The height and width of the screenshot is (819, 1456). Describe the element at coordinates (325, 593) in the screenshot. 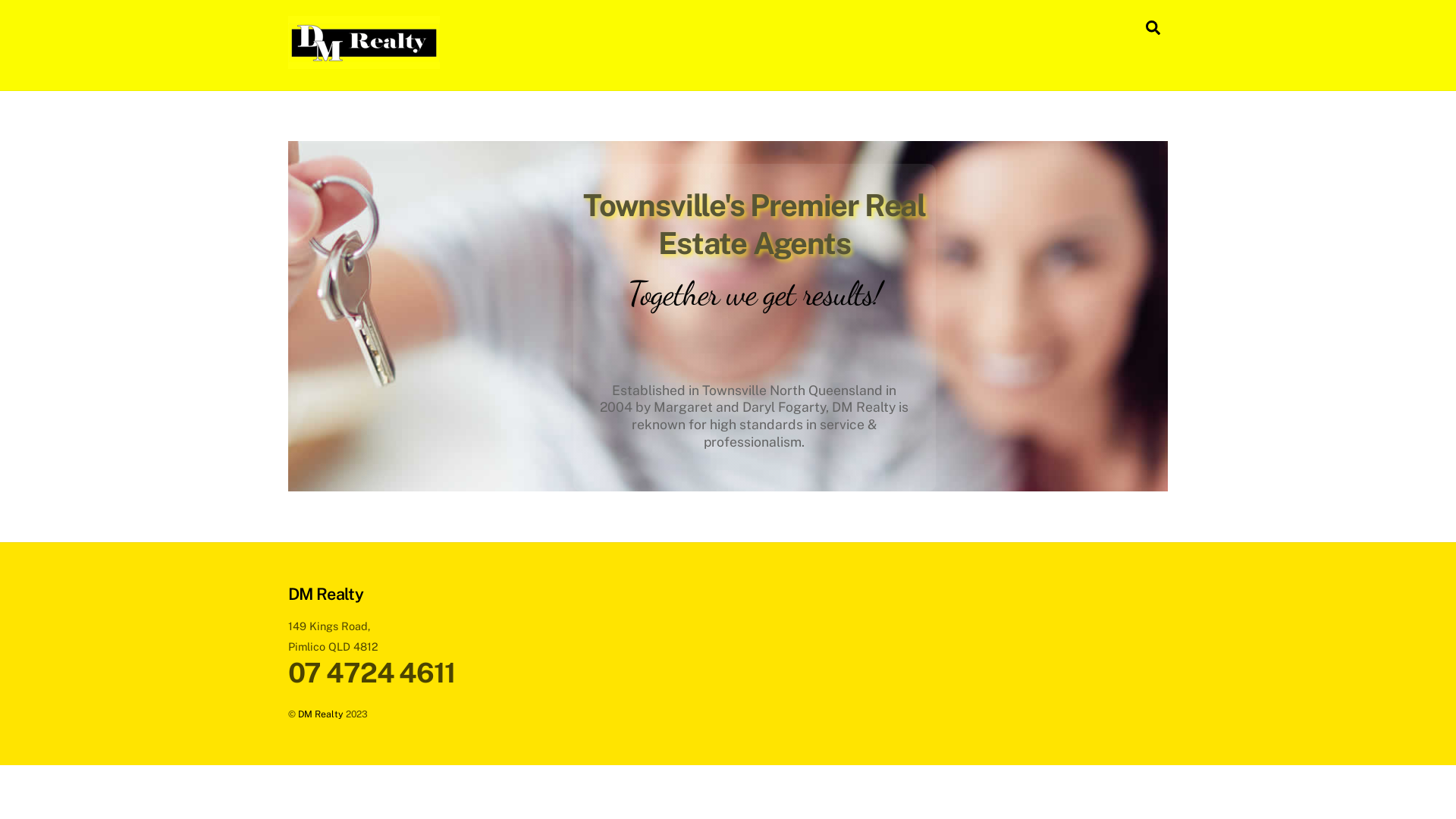

I see `'DM Realty'` at that location.